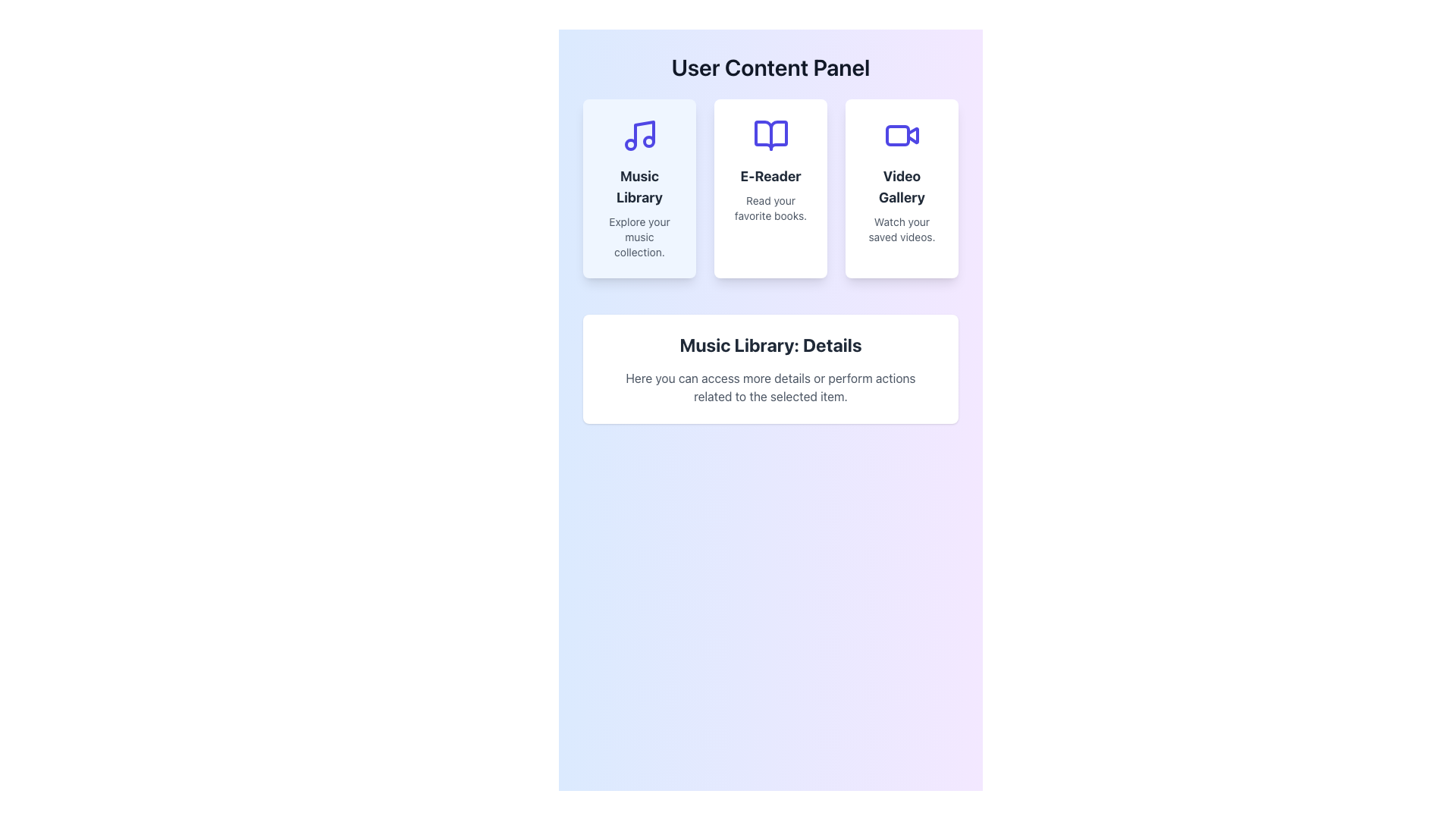 Image resolution: width=1456 pixels, height=819 pixels. I want to click on the text label displaying 'Watch your saved videos.' located below the 'Video Gallery' header in the top-right corner of the main content area, so click(902, 230).